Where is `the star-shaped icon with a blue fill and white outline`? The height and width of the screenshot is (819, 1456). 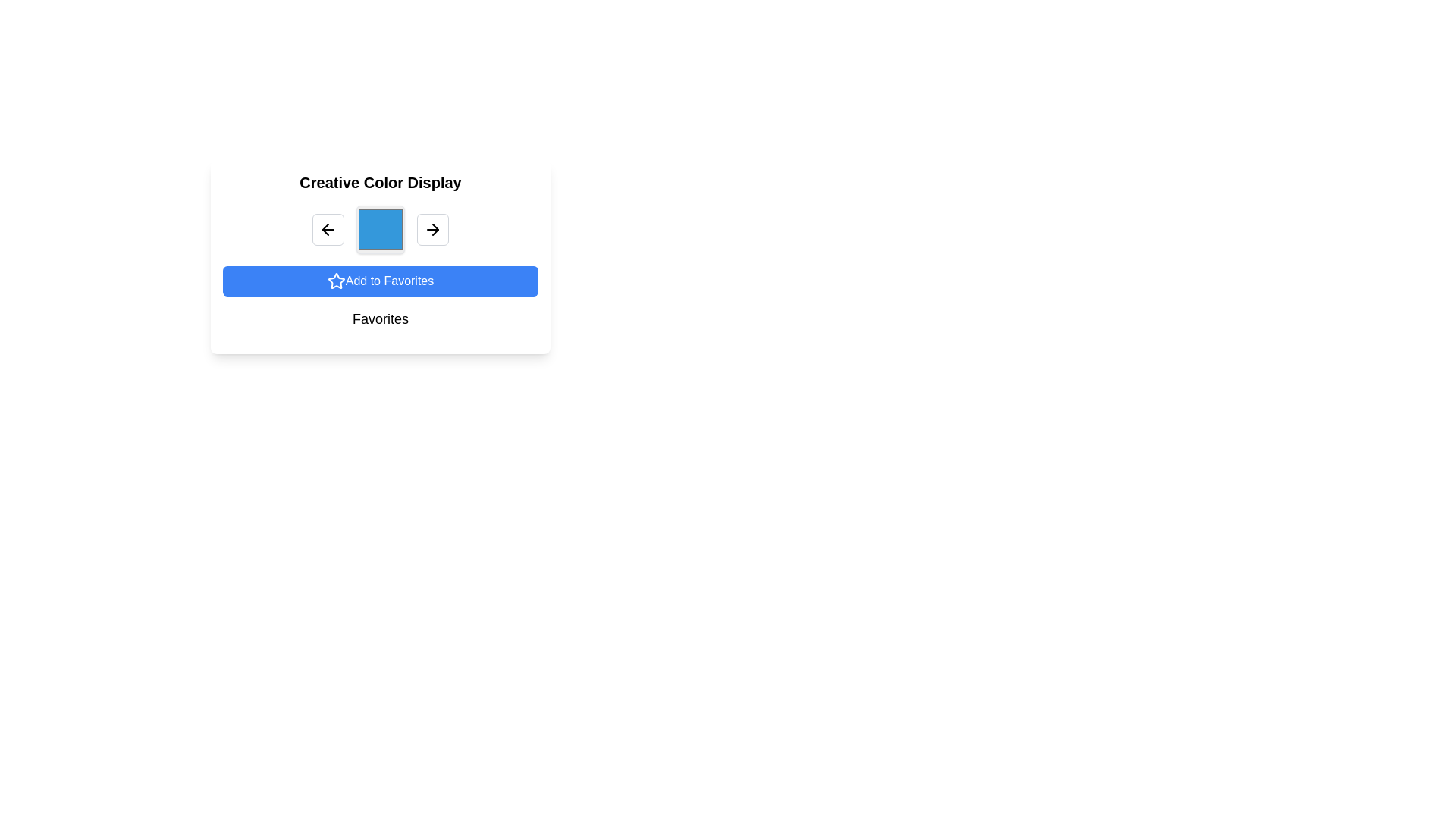 the star-shaped icon with a blue fill and white outline is located at coordinates (335, 281).